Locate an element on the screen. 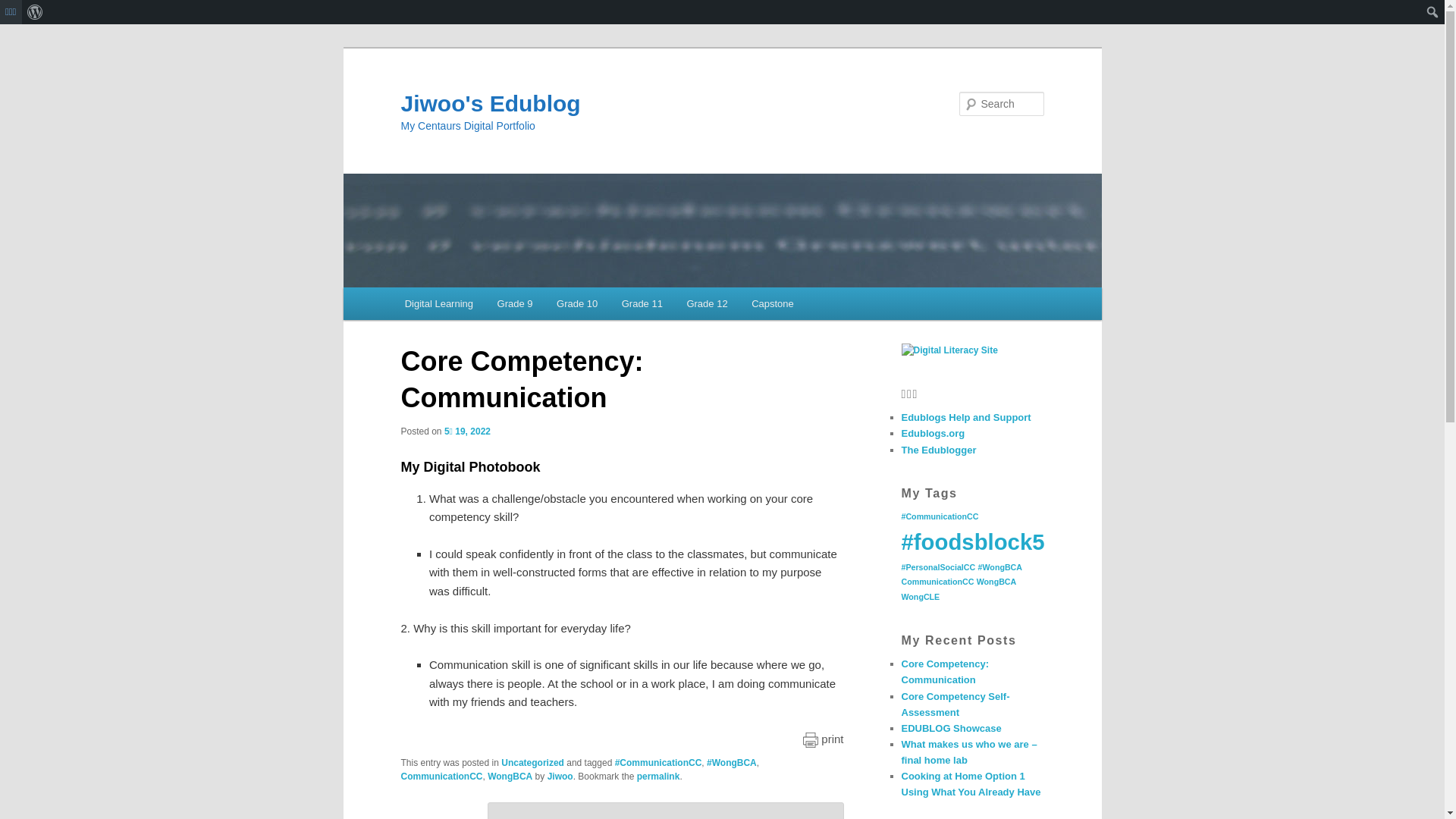 The width and height of the screenshot is (1456, 819). 'Edublogs Help and Support' is located at coordinates (965, 417).